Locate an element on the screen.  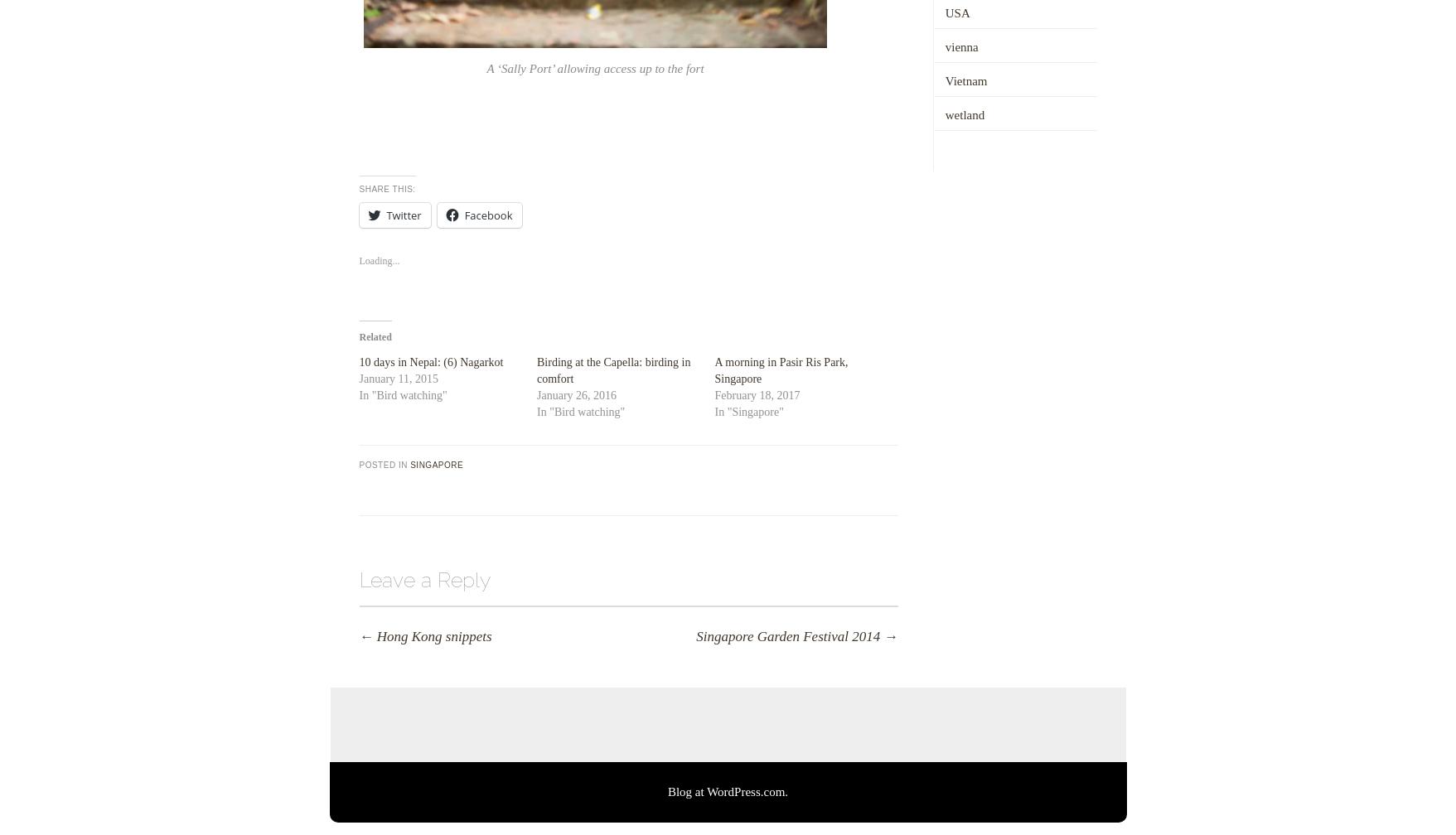
'vienna' is located at coordinates (960, 46).